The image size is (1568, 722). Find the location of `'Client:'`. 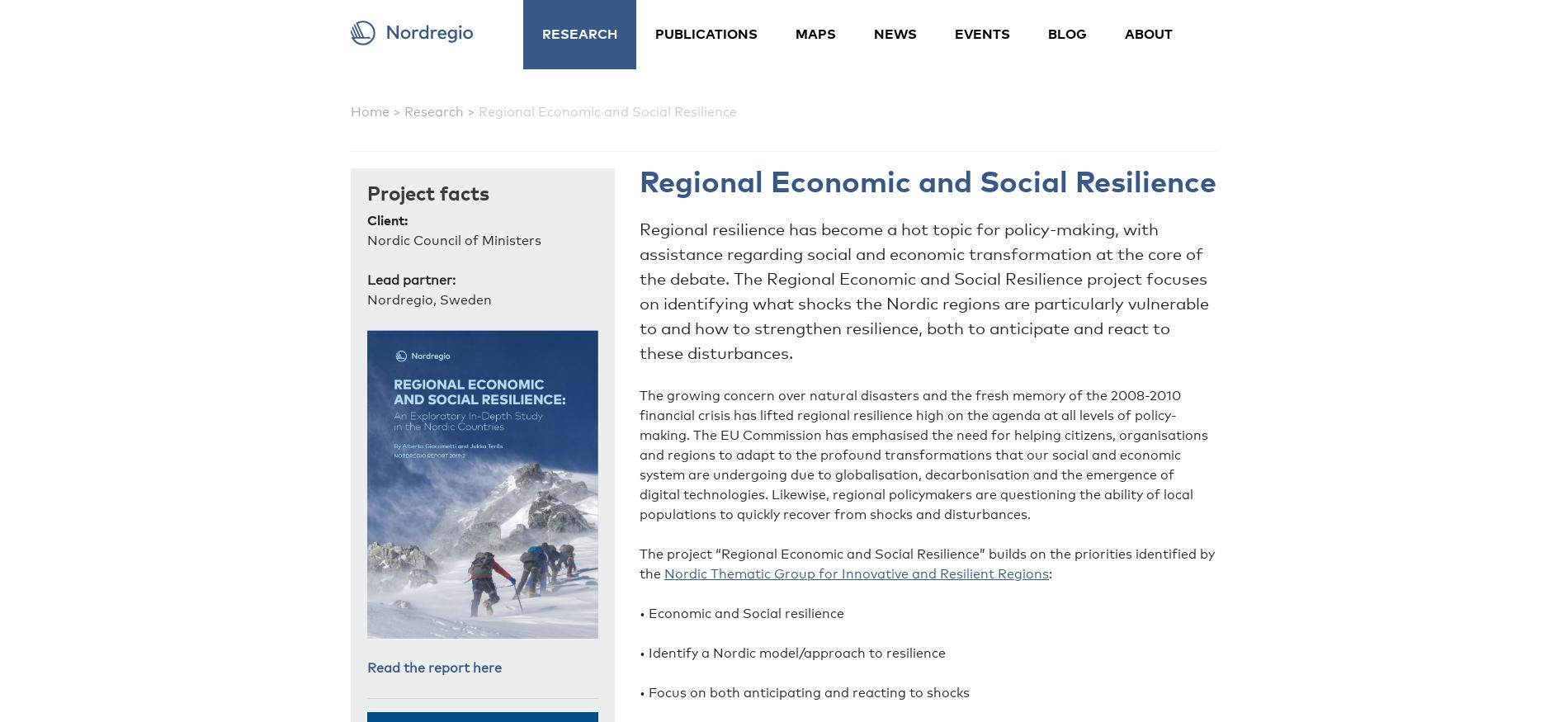

'Client:' is located at coordinates (386, 220).